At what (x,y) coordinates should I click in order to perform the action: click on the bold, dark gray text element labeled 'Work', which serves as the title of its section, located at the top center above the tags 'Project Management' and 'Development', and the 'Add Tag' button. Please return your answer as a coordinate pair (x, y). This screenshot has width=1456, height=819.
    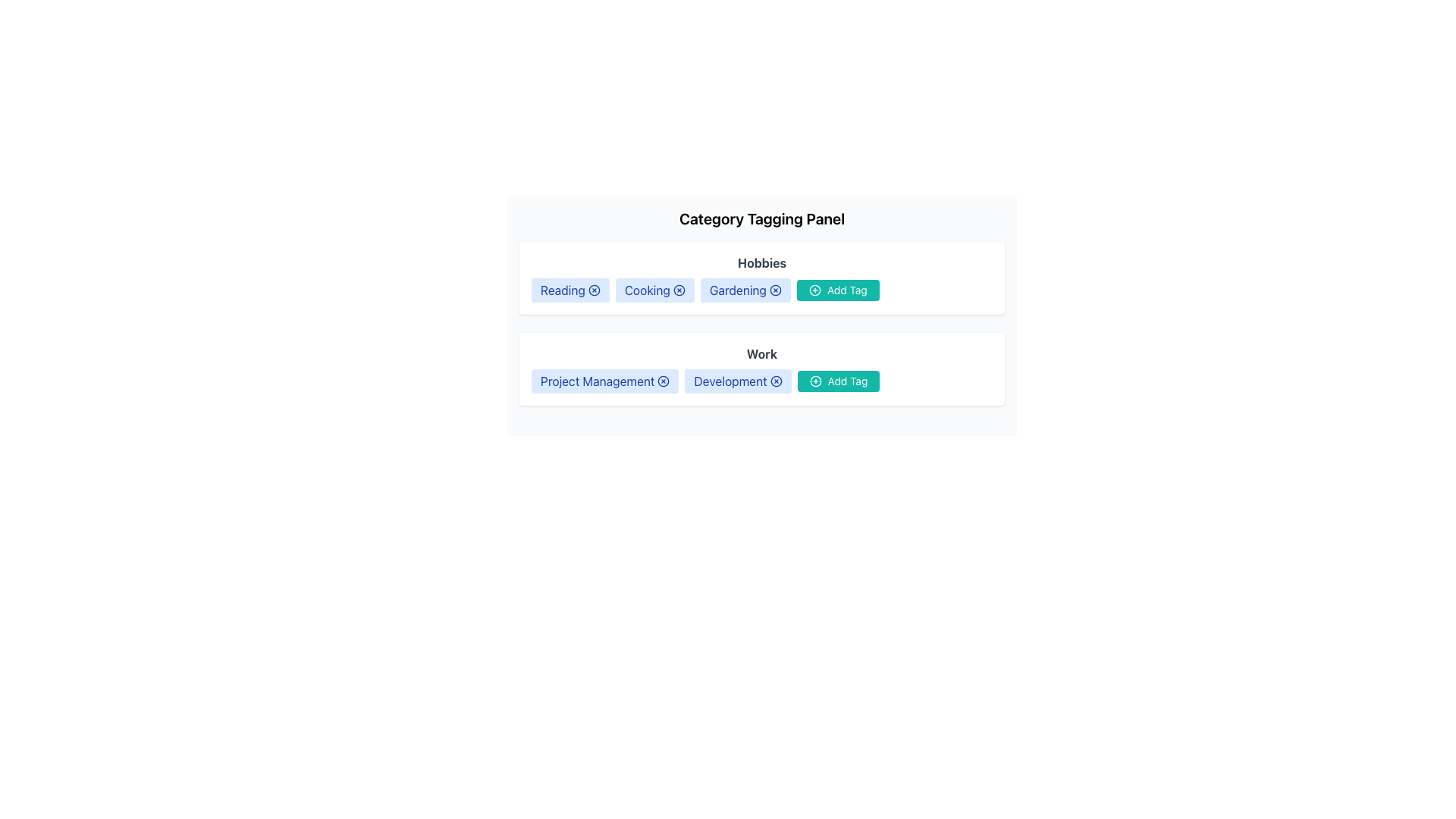
    Looking at the image, I should click on (761, 353).